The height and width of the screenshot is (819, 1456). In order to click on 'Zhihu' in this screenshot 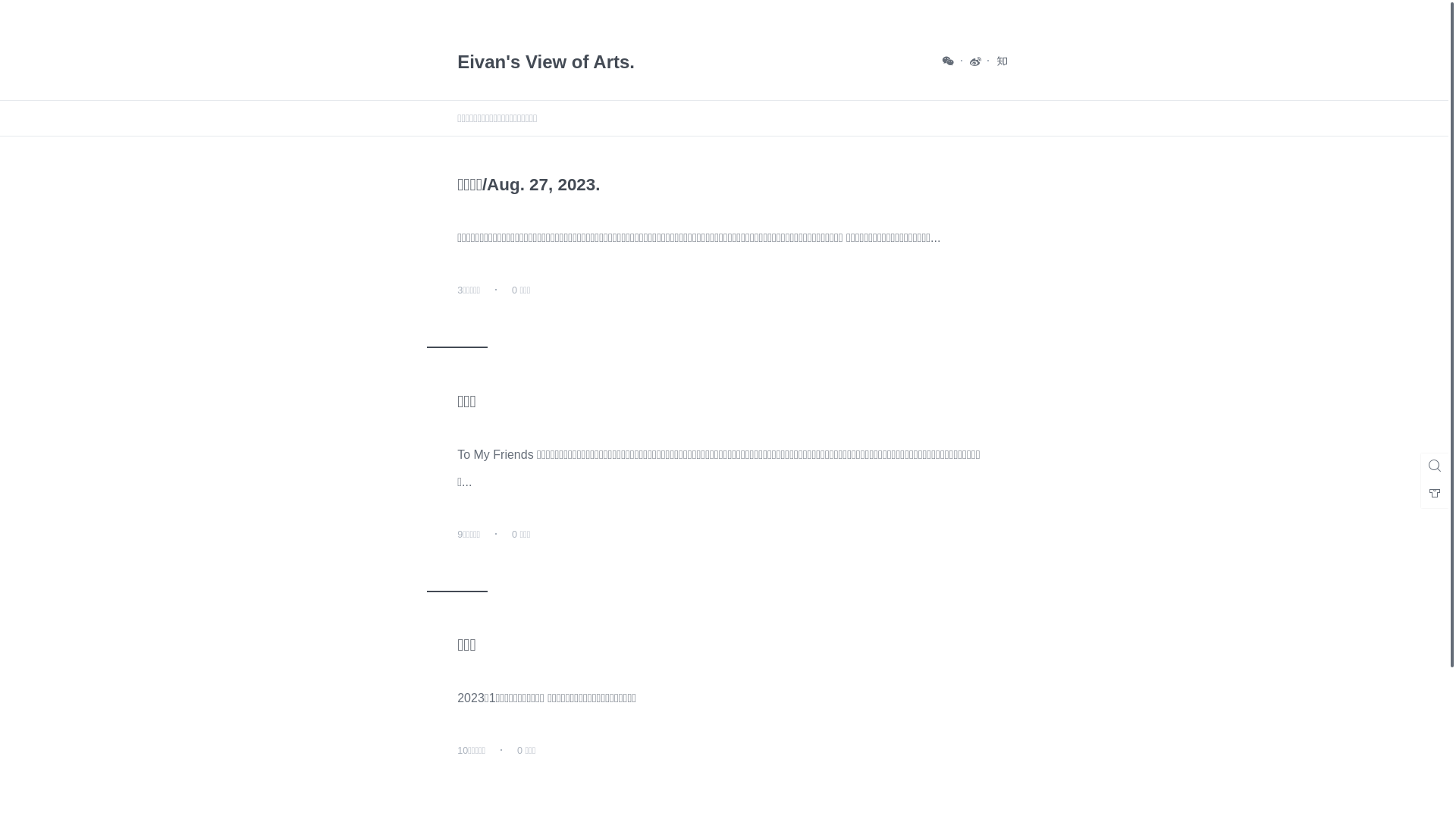, I will do `click(1002, 60)`.